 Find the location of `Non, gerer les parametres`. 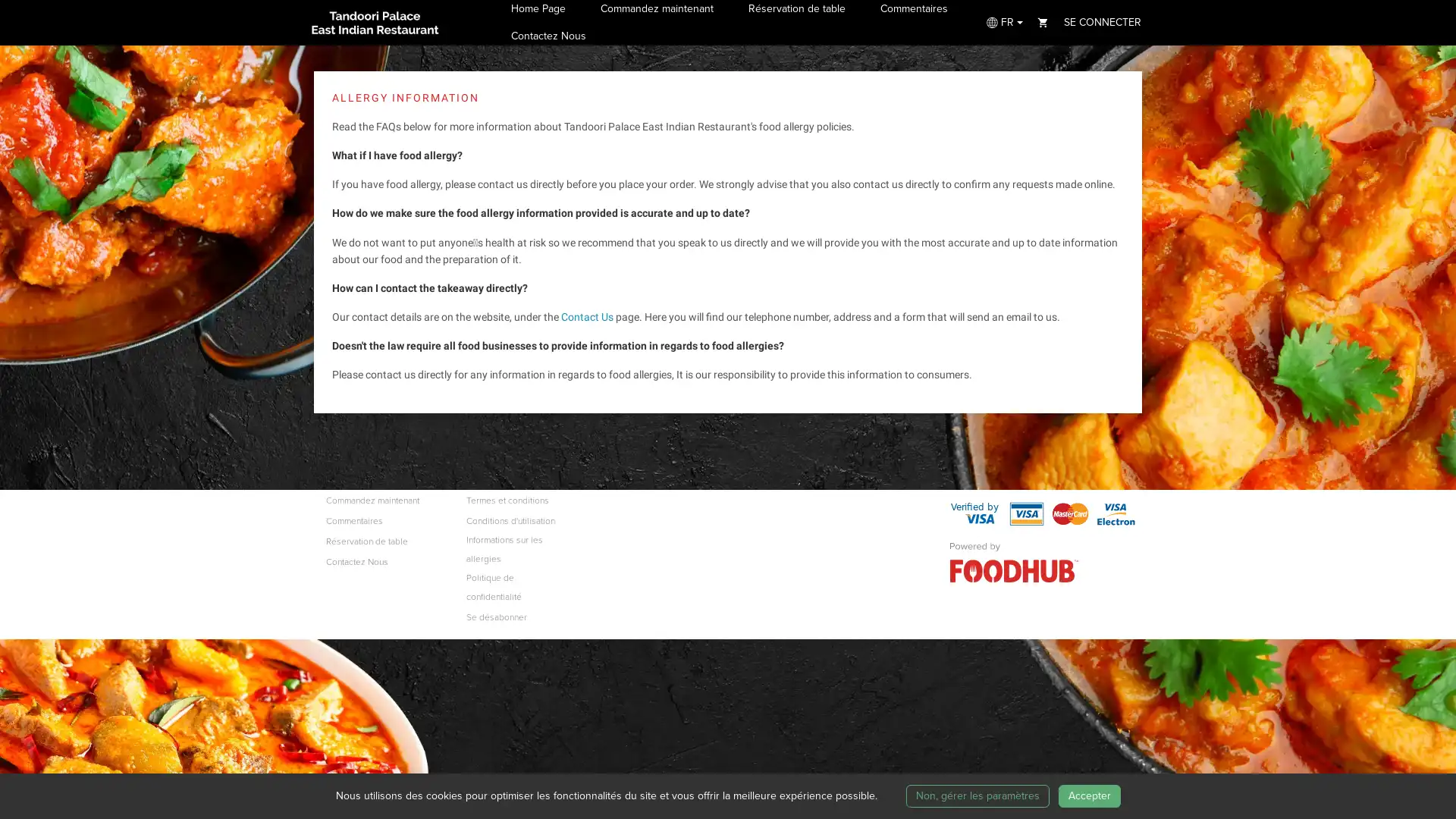

Non, gerer les parametres is located at coordinates (977, 795).